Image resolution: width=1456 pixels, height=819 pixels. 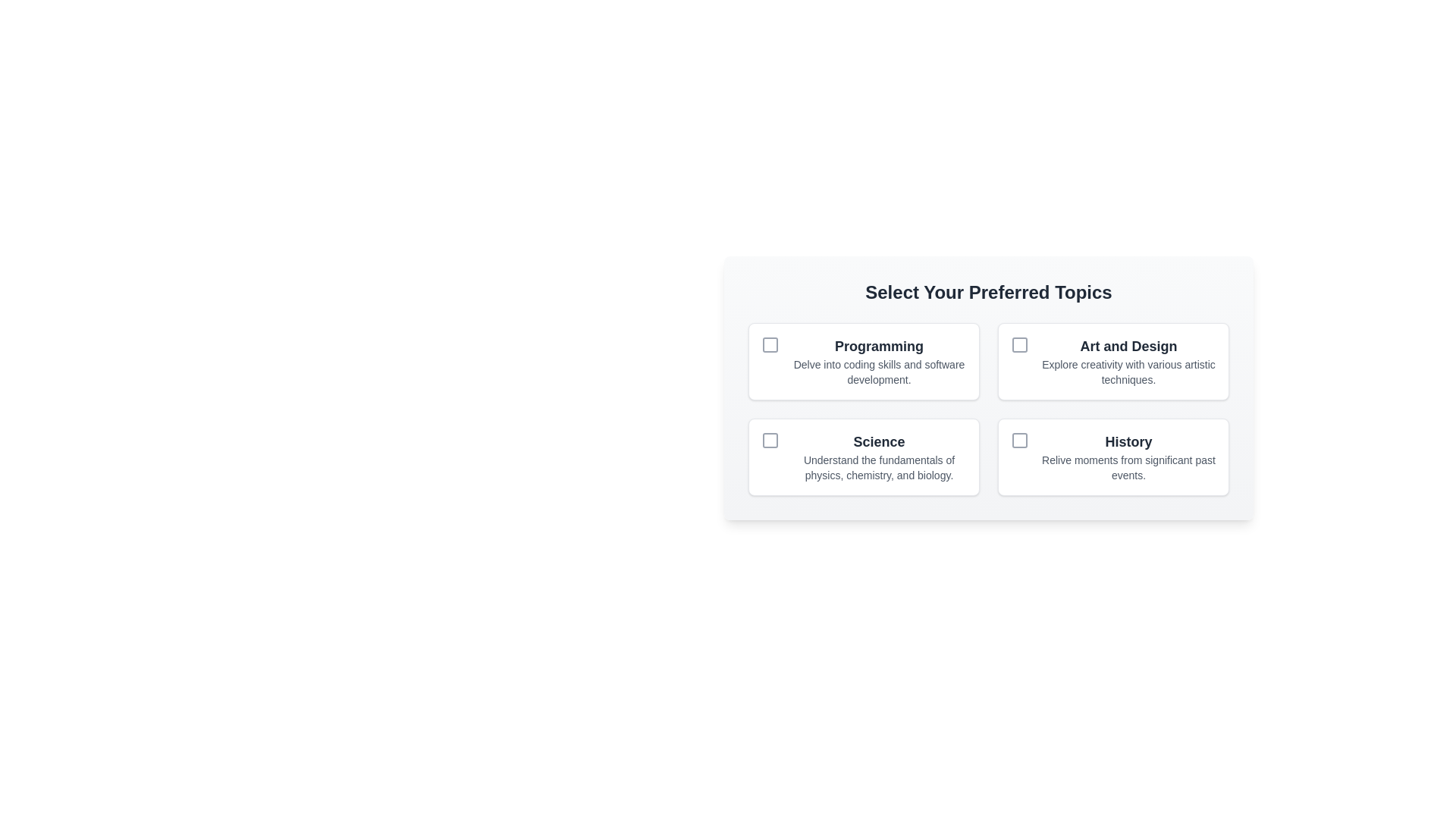 I want to click on the unselected checkbox marker for the 'History' option, so click(x=1019, y=441).